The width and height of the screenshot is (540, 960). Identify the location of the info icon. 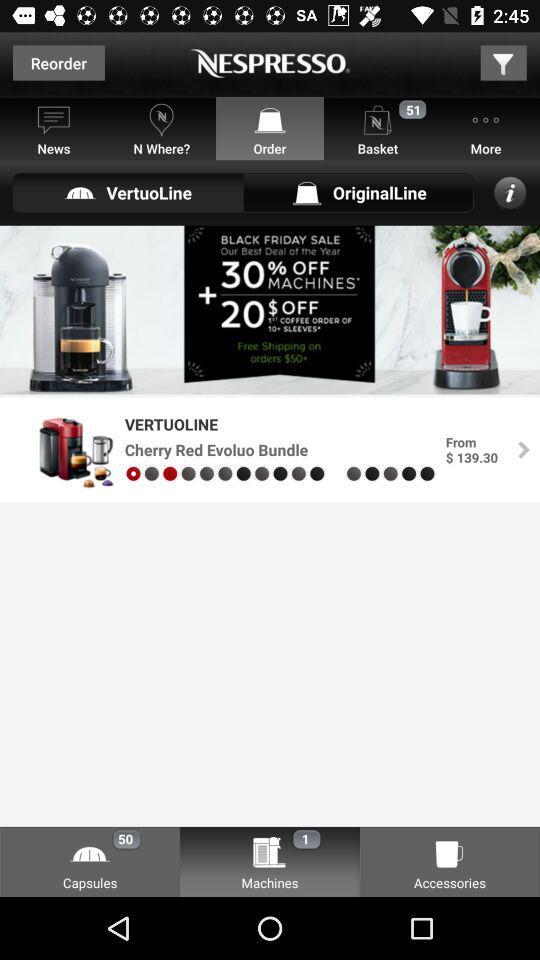
(510, 192).